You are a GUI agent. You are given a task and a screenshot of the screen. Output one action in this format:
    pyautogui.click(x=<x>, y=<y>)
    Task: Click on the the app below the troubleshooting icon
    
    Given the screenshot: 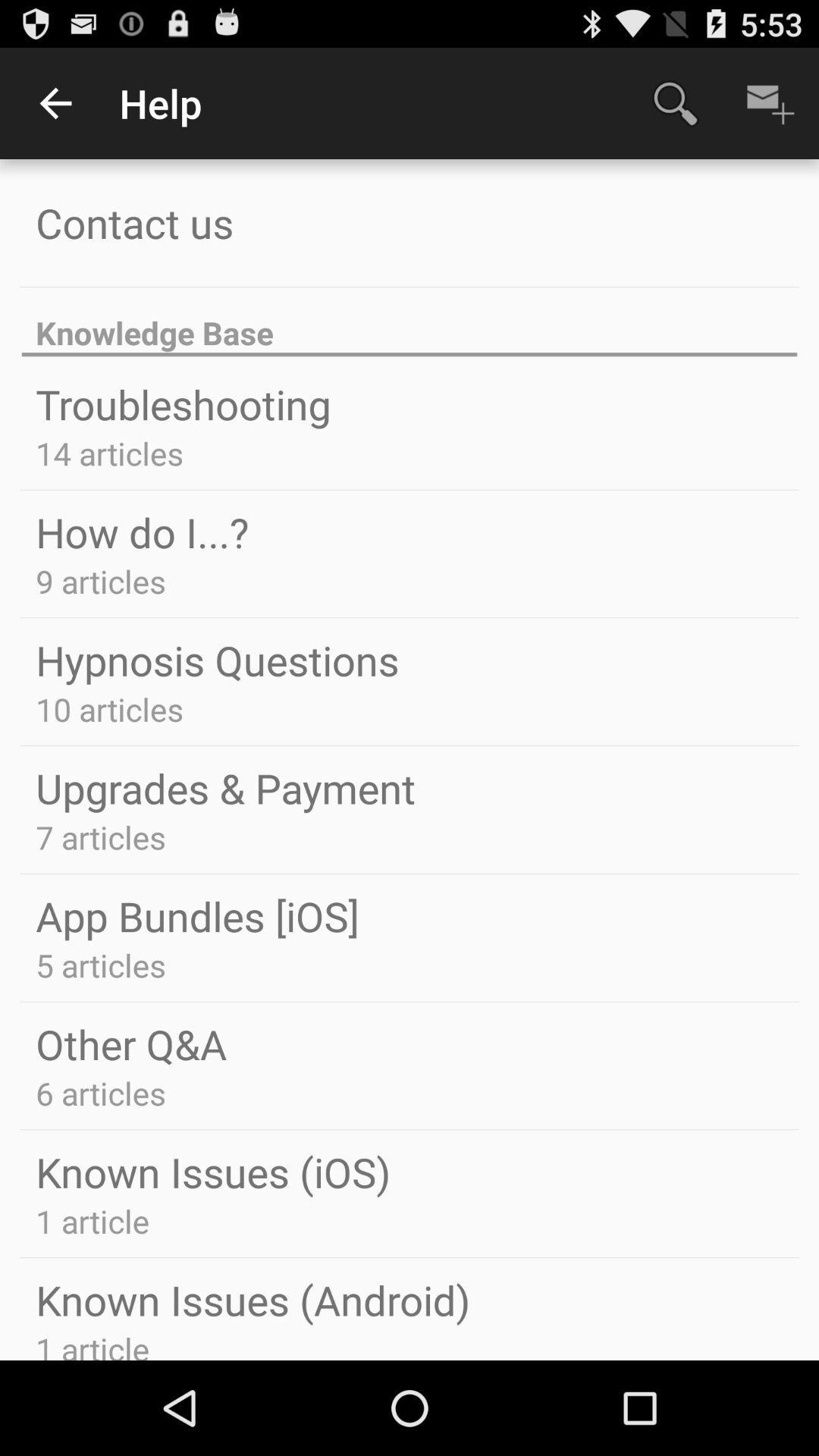 What is the action you would take?
    pyautogui.click(x=108, y=452)
    